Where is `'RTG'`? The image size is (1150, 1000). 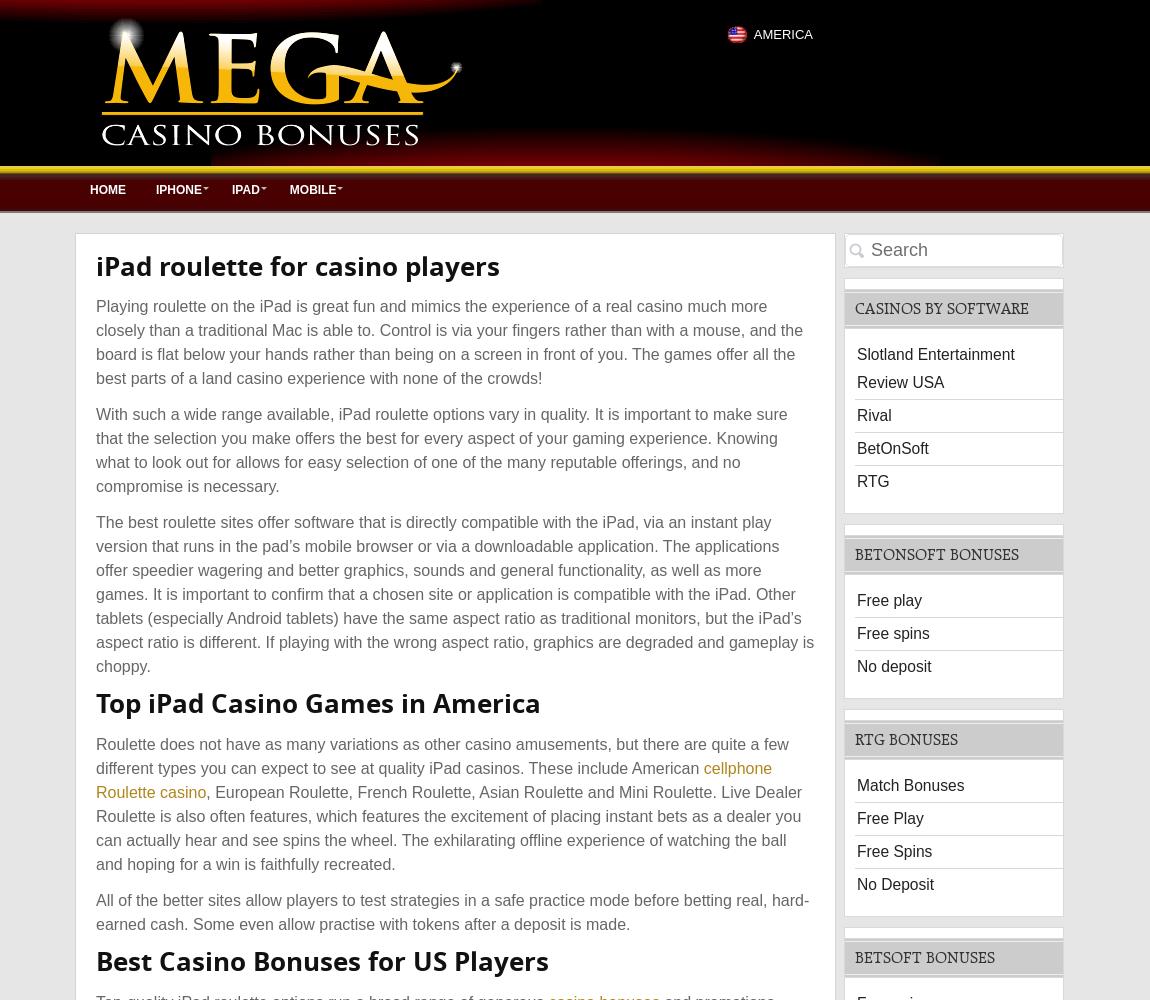
'RTG' is located at coordinates (872, 479).